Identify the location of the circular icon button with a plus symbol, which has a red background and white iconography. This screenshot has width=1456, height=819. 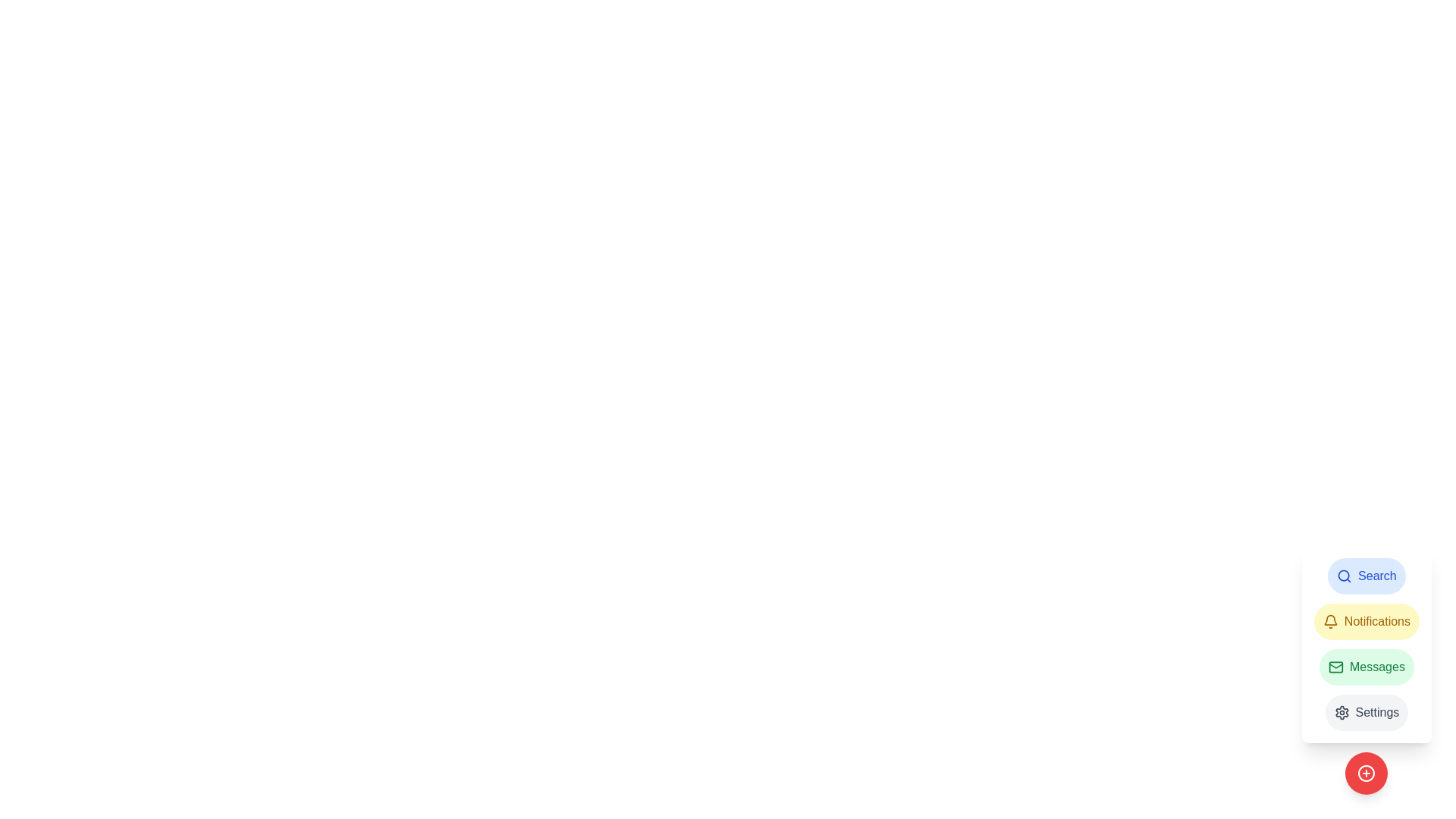
(1367, 773).